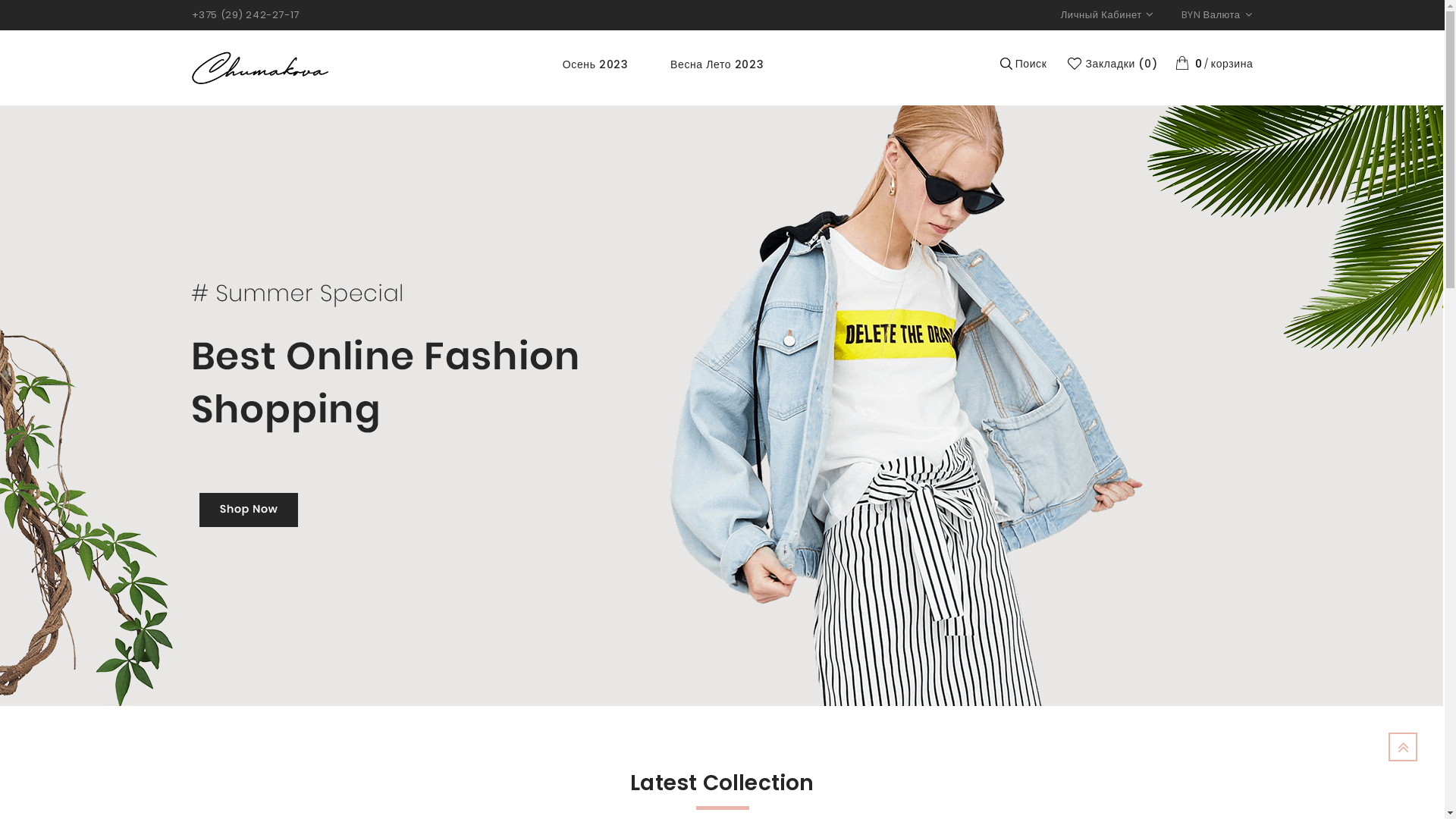 The width and height of the screenshot is (1456, 819). Describe the element at coordinates (1401, 745) in the screenshot. I see `'TOP'` at that location.